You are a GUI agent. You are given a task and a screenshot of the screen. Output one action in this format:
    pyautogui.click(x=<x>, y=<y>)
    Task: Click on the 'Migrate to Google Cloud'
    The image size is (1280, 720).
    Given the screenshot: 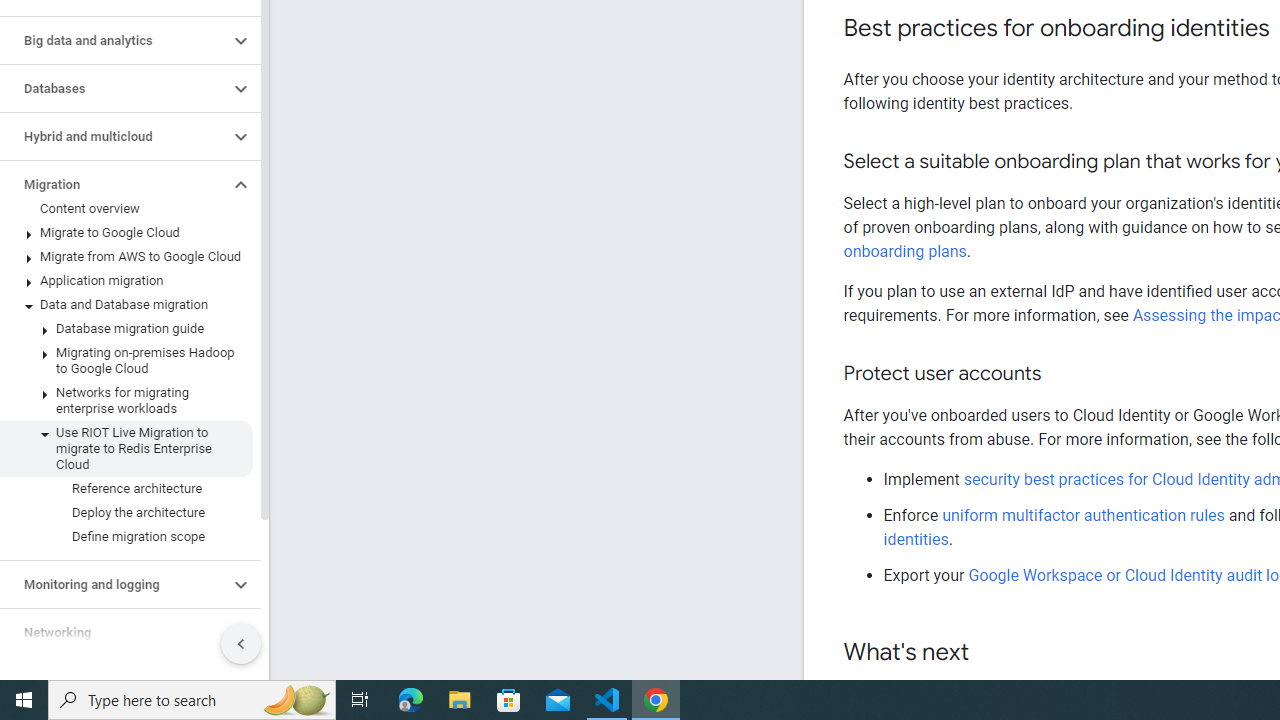 What is the action you would take?
    pyautogui.click(x=125, y=231)
    